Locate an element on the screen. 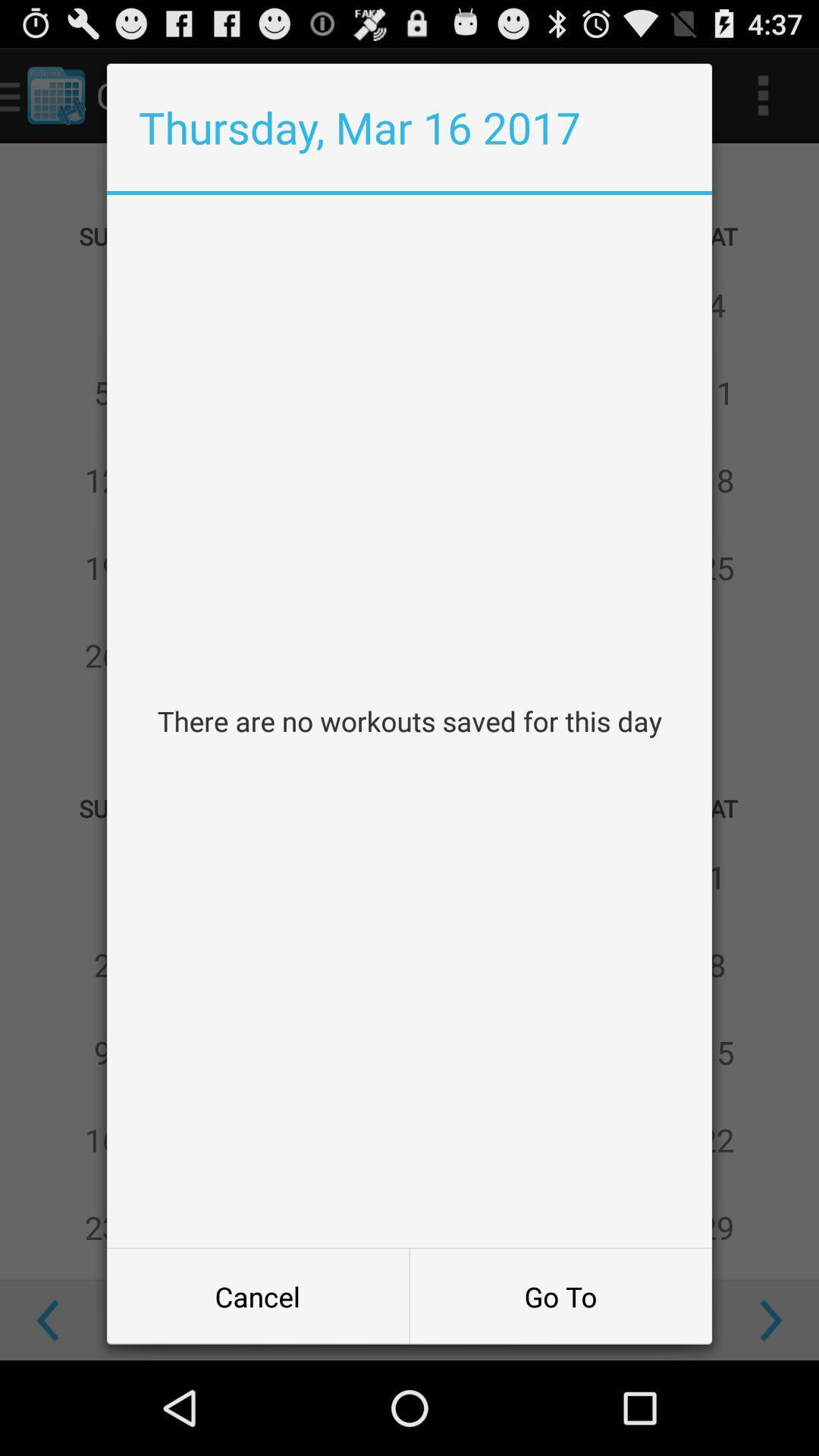 The width and height of the screenshot is (819, 1456). go to at the bottom right corner is located at coordinates (560, 1295).